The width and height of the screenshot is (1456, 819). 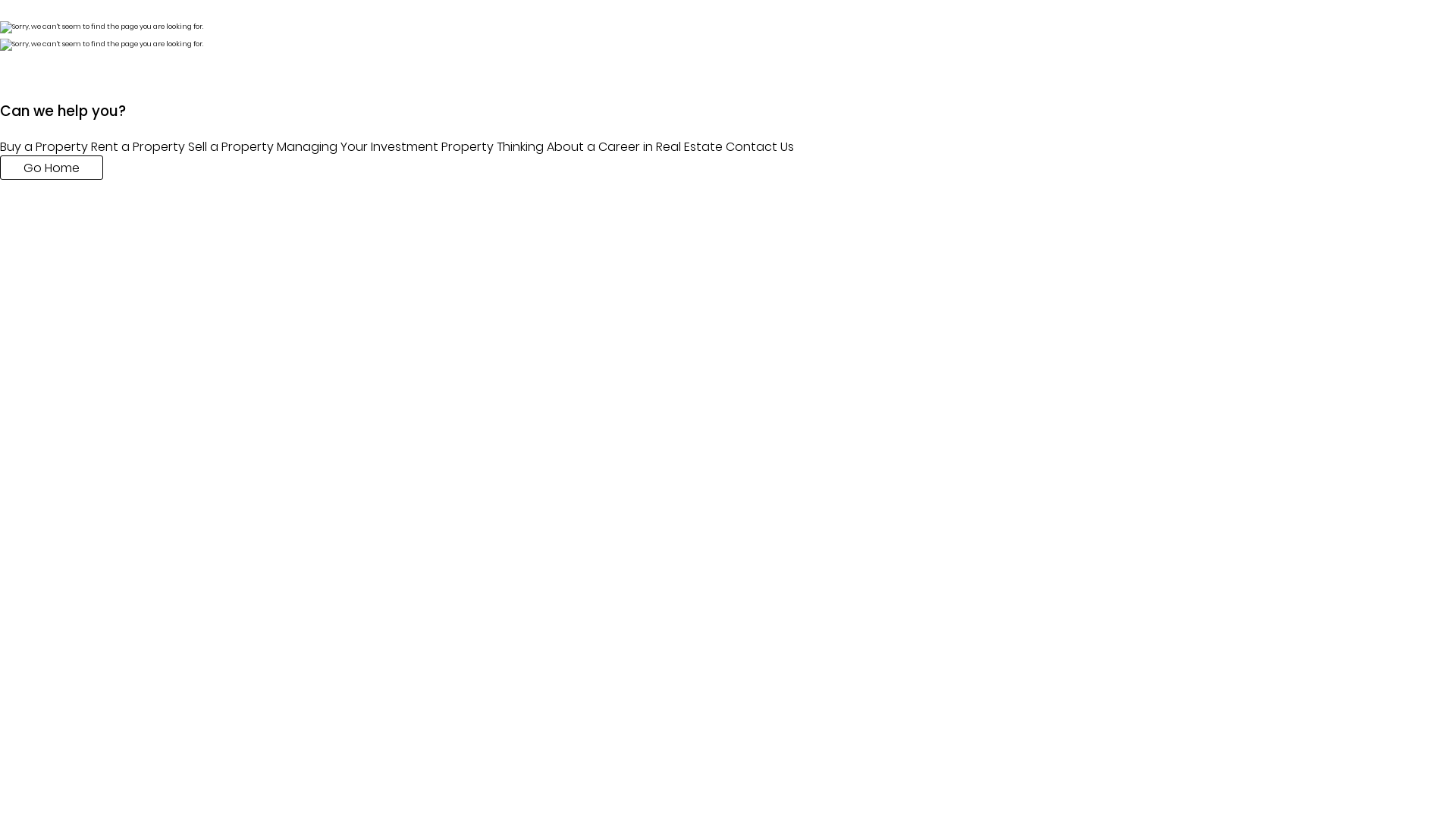 I want to click on 'Go Home', so click(x=51, y=167).